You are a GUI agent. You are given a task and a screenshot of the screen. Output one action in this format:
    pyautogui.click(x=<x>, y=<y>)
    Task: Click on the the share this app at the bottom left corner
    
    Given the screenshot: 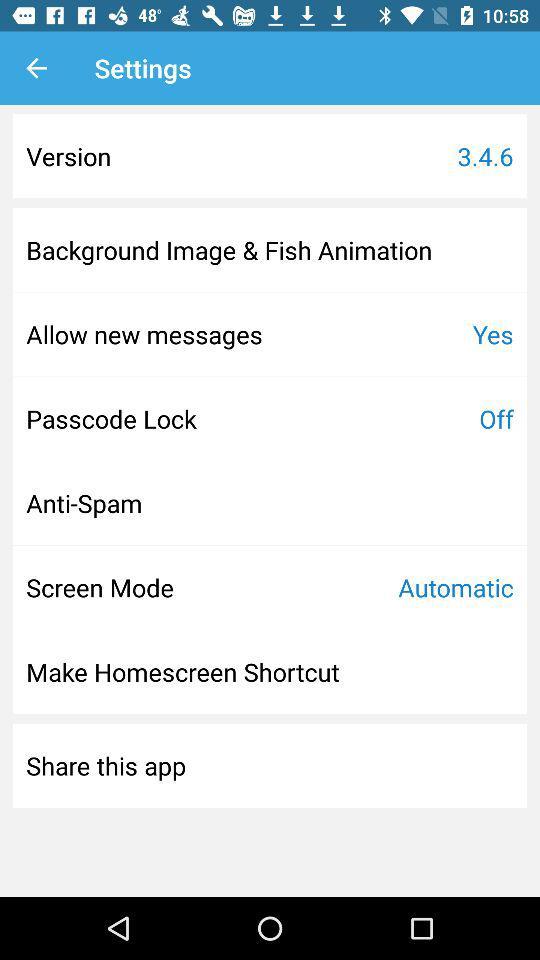 What is the action you would take?
    pyautogui.click(x=106, y=764)
    